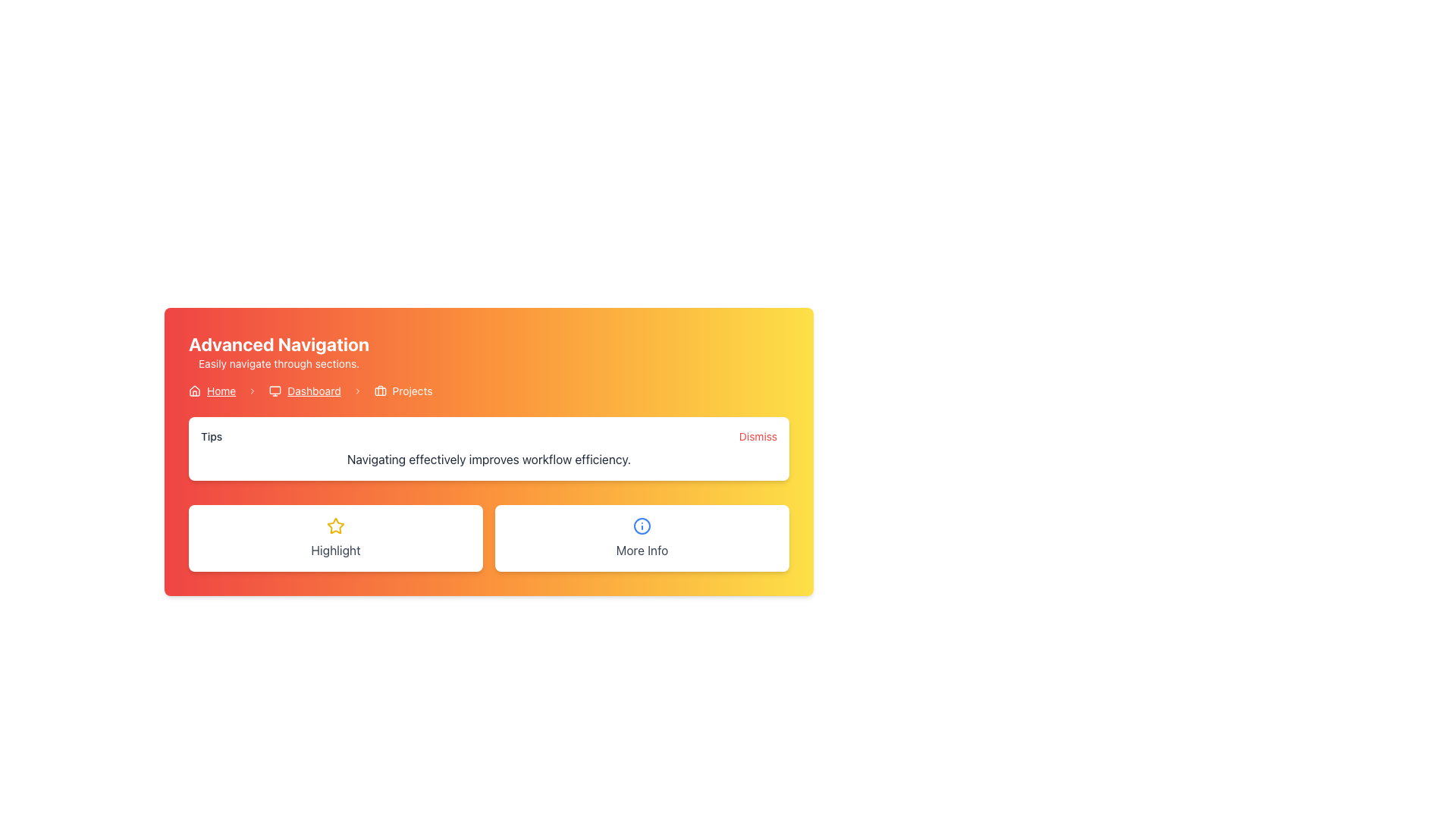 This screenshot has width=1456, height=819. What do you see at coordinates (642, 537) in the screenshot?
I see `the 'More Info' card located in the bottom-right segment of the grid layout, positioned to the right of the 'Highlight' card` at bounding box center [642, 537].